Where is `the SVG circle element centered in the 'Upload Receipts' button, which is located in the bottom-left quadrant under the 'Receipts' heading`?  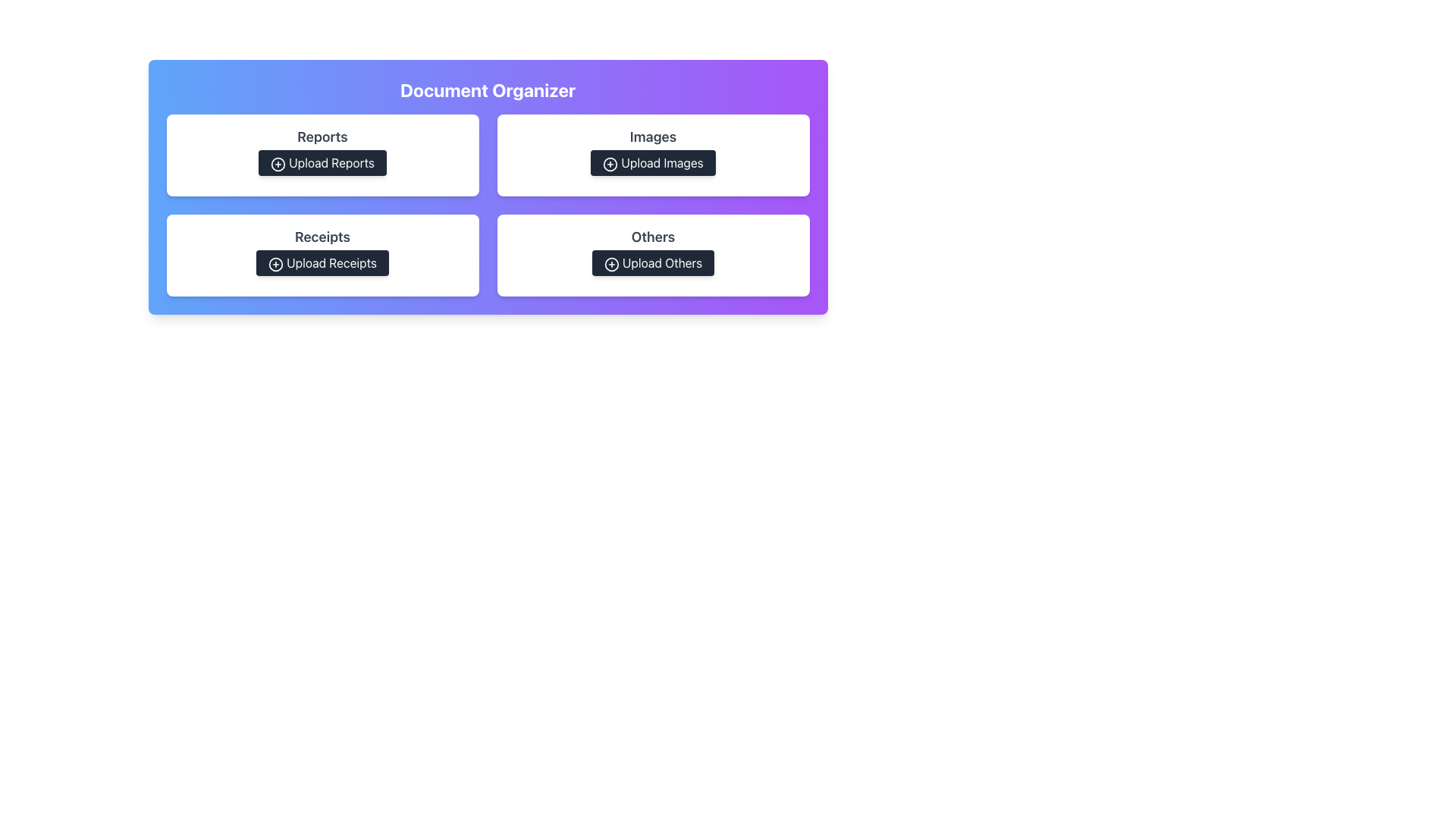 the SVG circle element centered in the 'Upload Receipts' button, which is located in the bottom-left quadrant under the 'Receipts' heading is located at coordinates (276, 263).